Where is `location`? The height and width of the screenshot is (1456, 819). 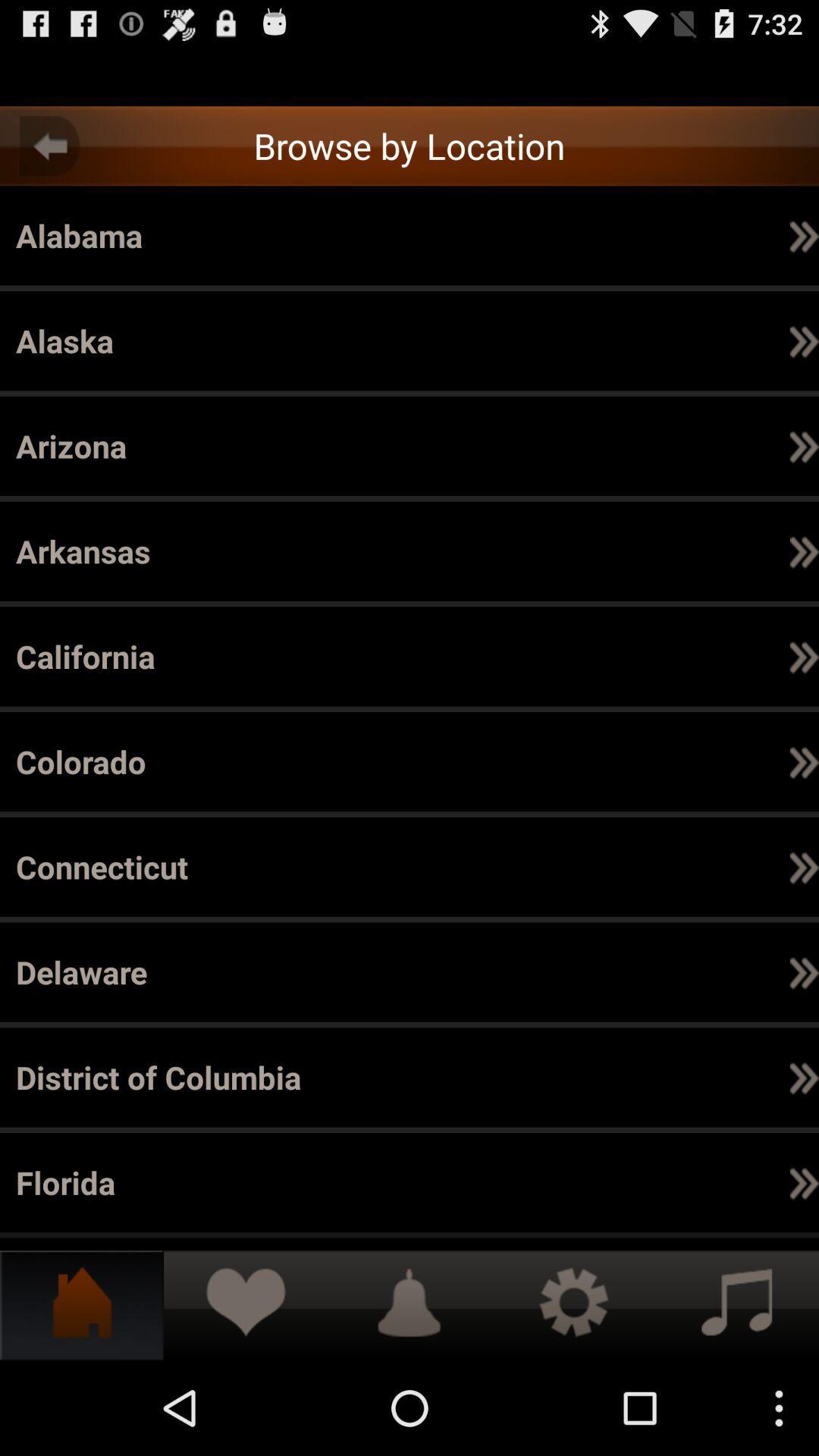 location is located at coordinates (409, 76).